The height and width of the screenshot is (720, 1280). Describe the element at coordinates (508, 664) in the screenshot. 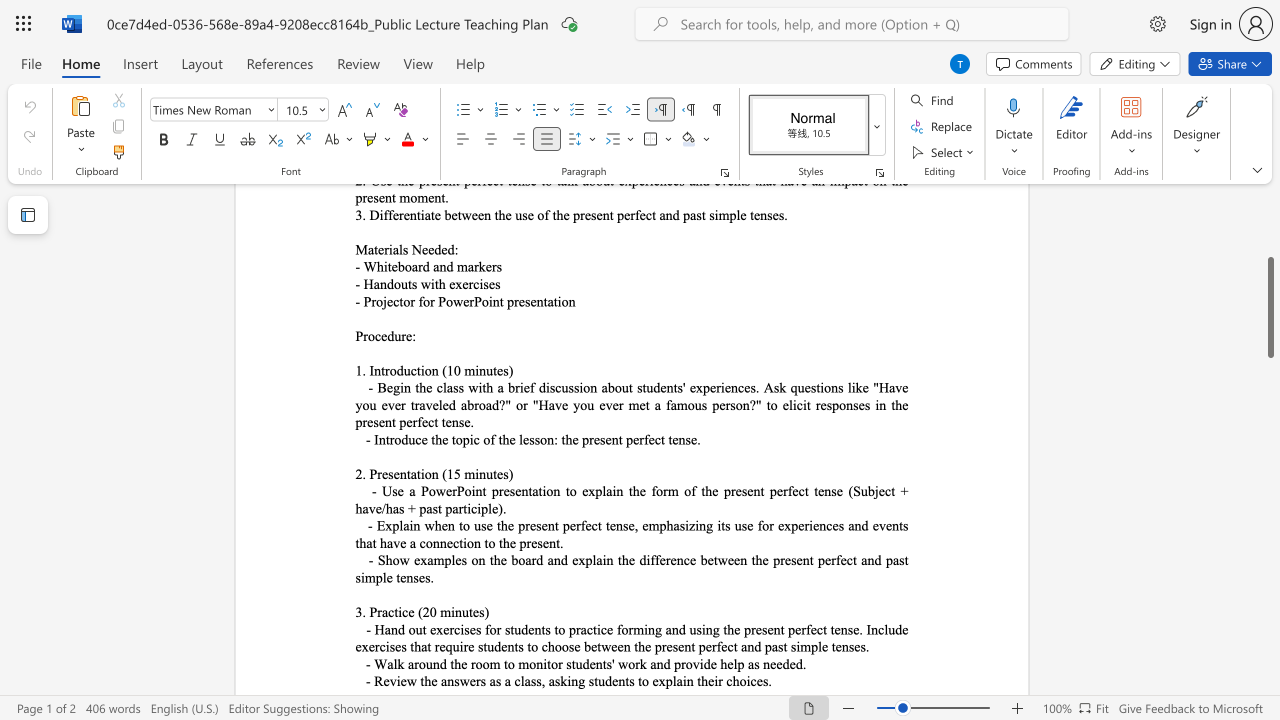

I see `the space between the continuous character "t" and "o" in the text` at that location.